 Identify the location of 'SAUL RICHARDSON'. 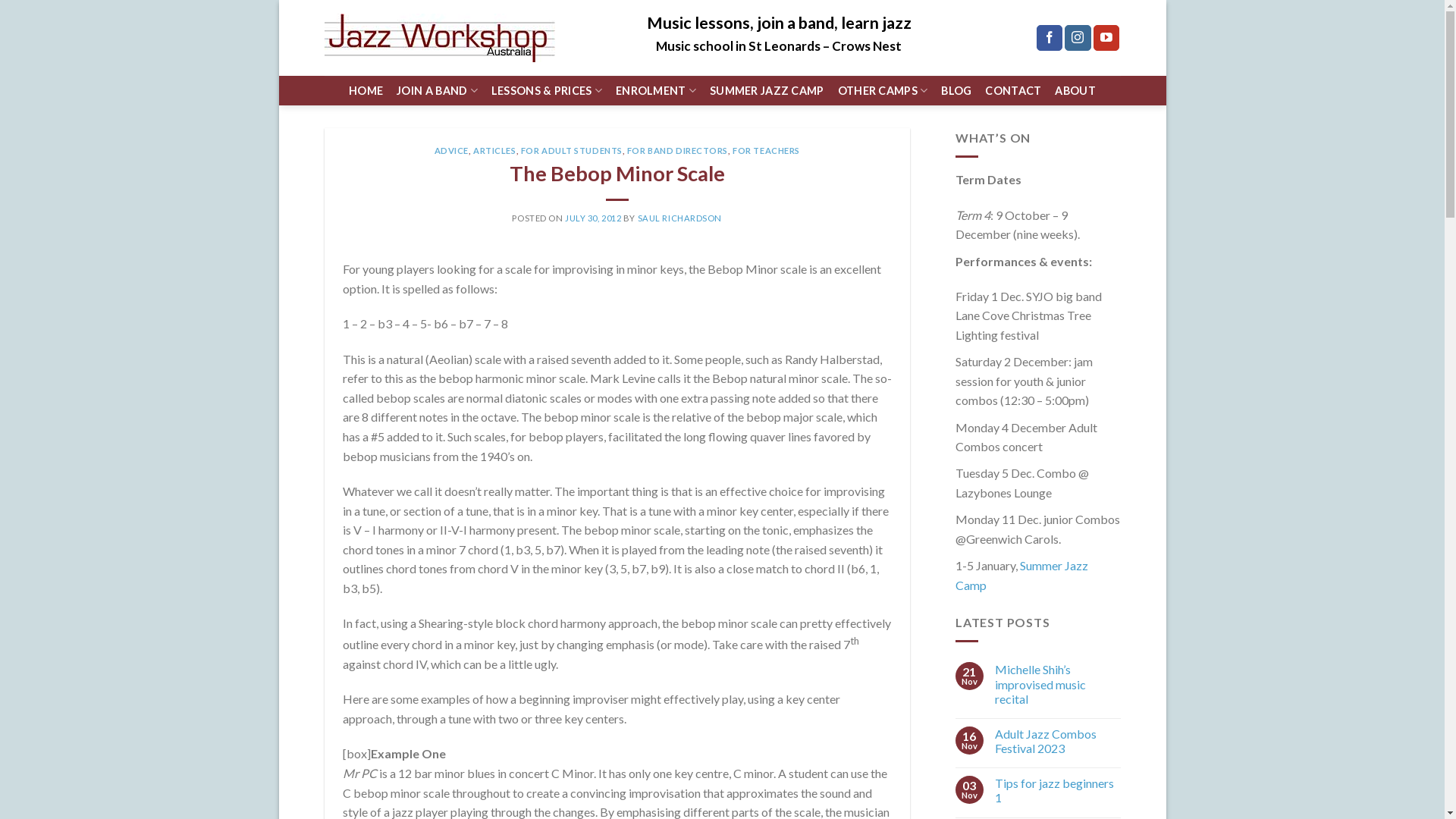
(679, 218).